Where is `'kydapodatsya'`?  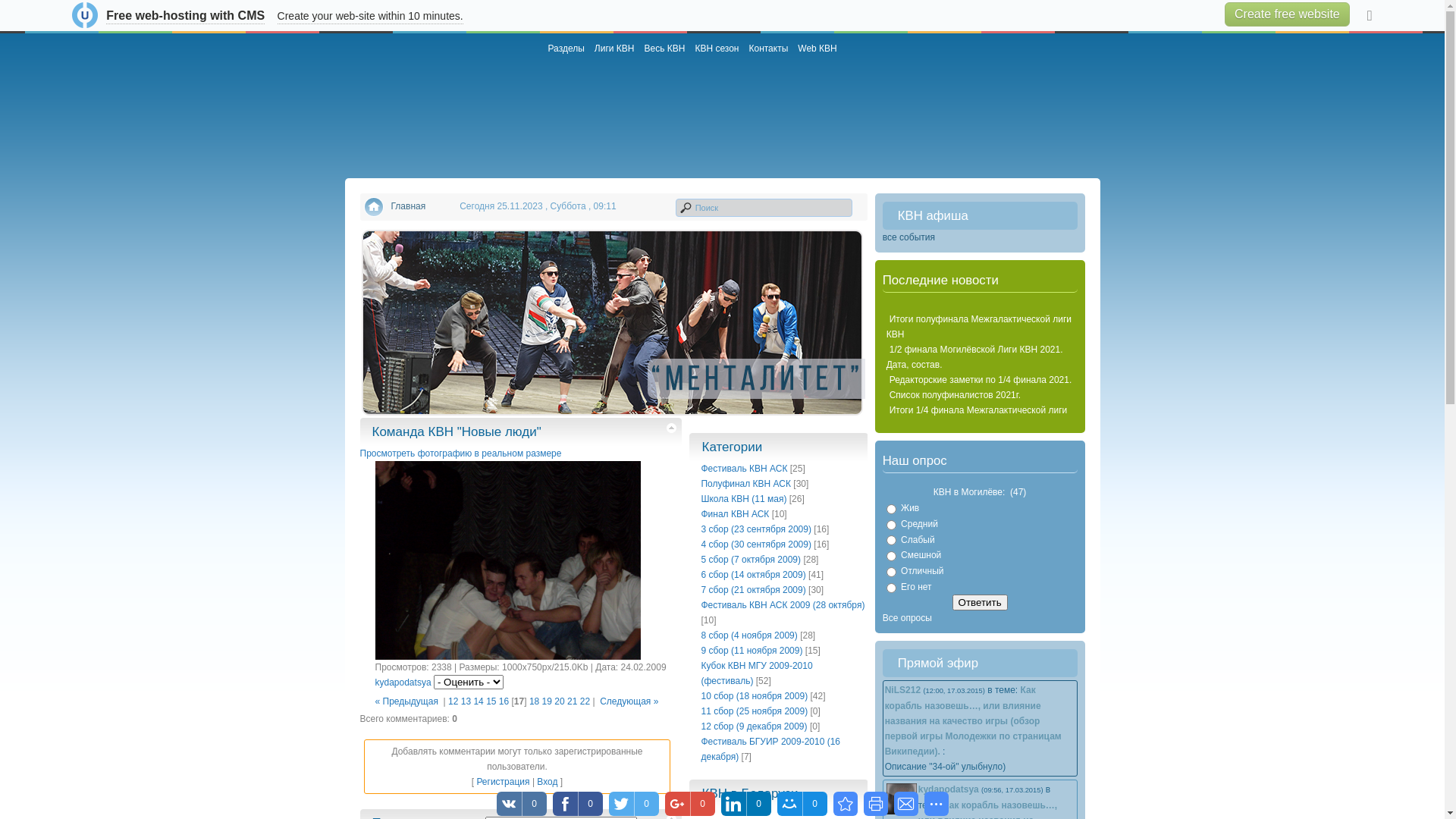
'kydapodatsya' is located at coordinates (403, 681).